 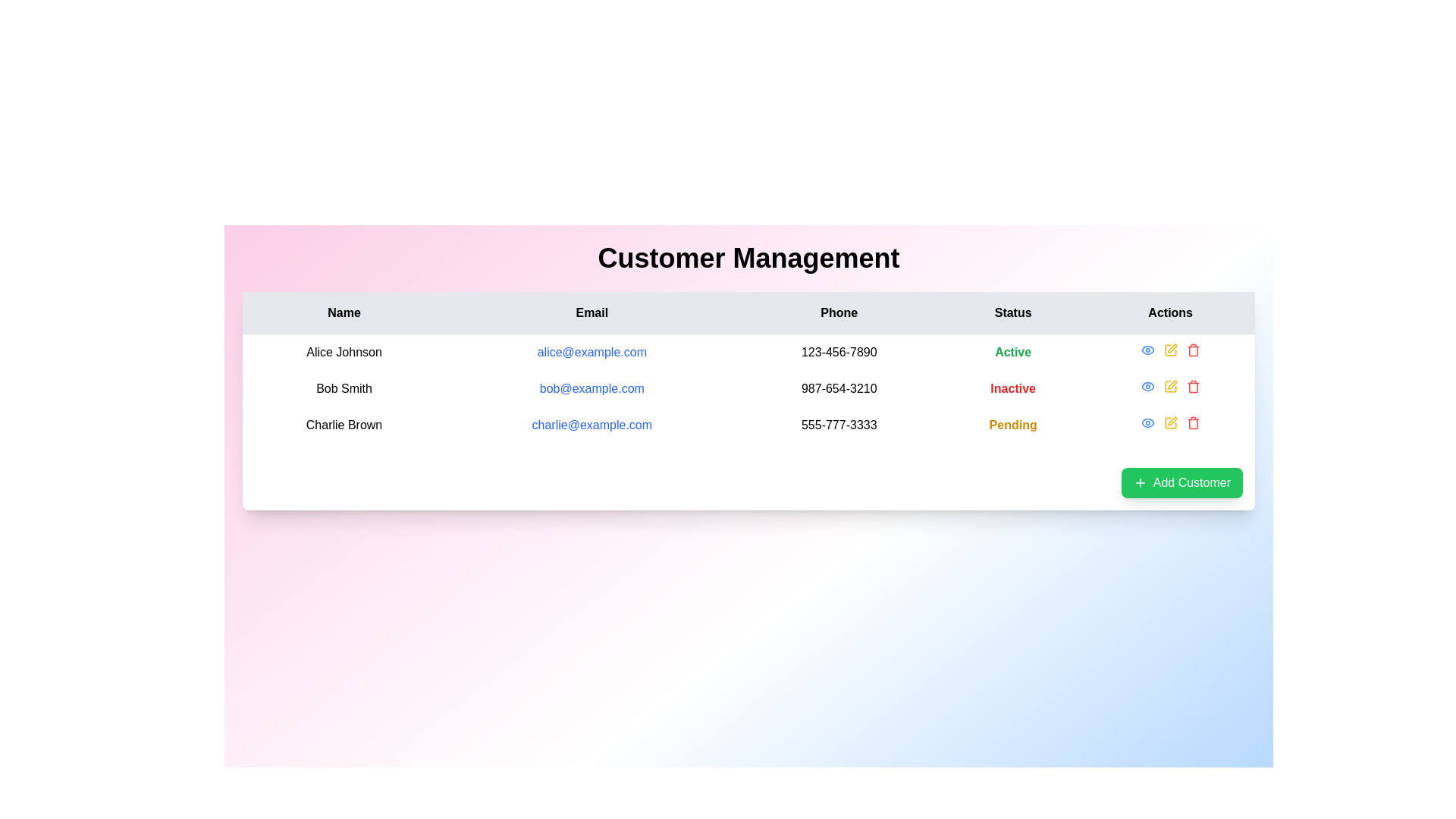 I want to click on the pen-shaped icon in the 'Actions' column of the third row in the table to initiate the edit action, so click(x=1171, y=384).